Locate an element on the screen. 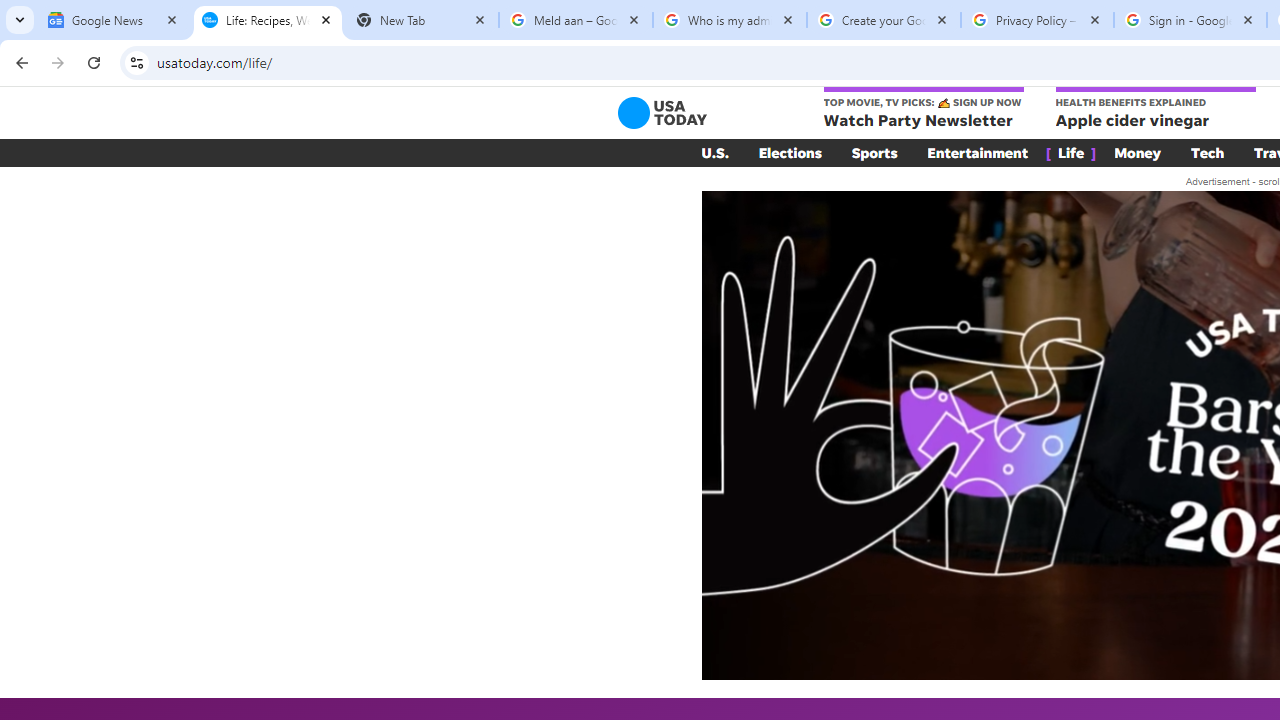 The image size is (1280, 720). 'U.S.' is located at coordinates (714, 152).